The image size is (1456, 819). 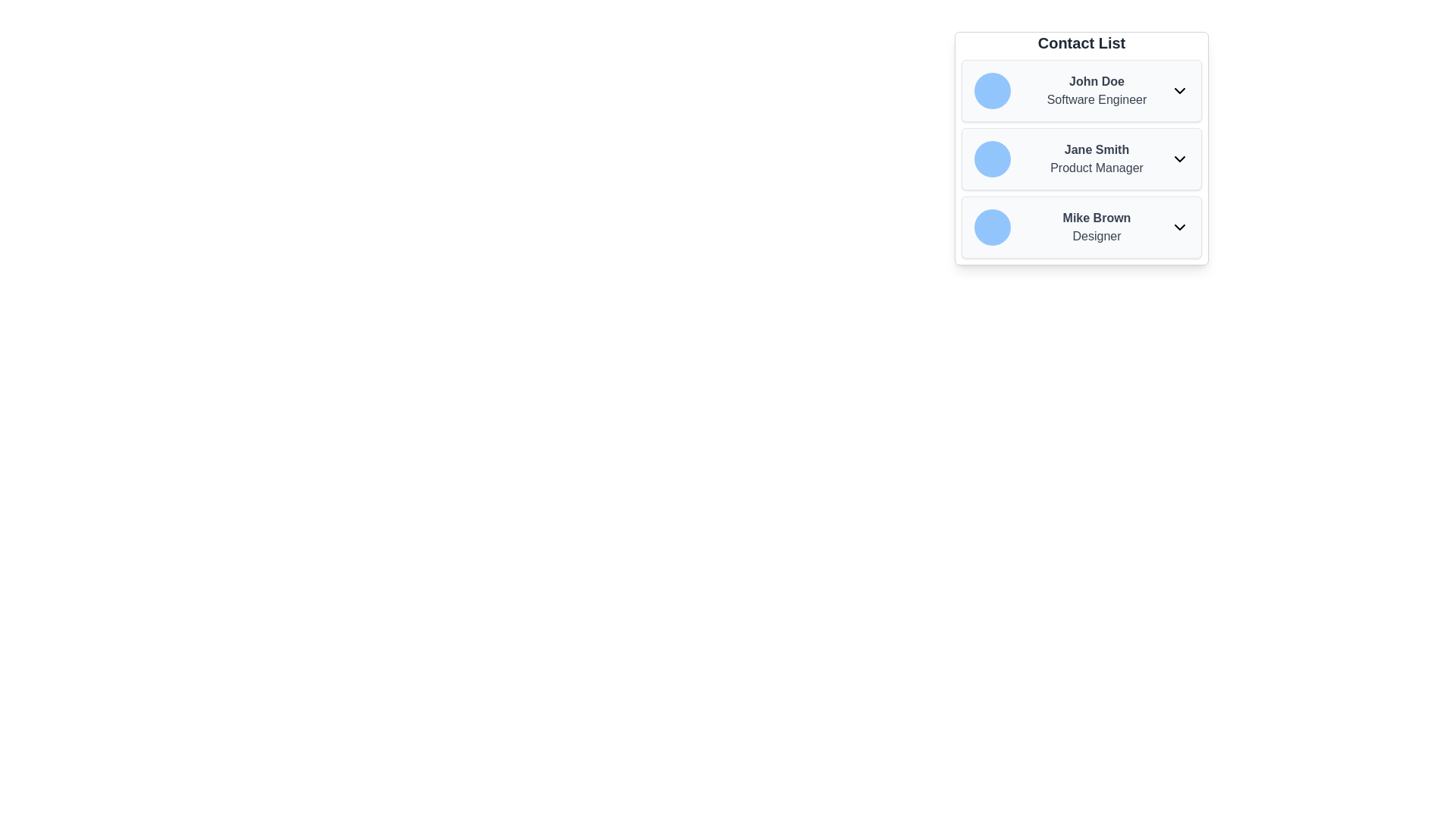 I want to click on text 'Software Engineer', which is positioned below the bold text 'John Doe' in the 'Contact List' section, so click(x=1097, y=99).